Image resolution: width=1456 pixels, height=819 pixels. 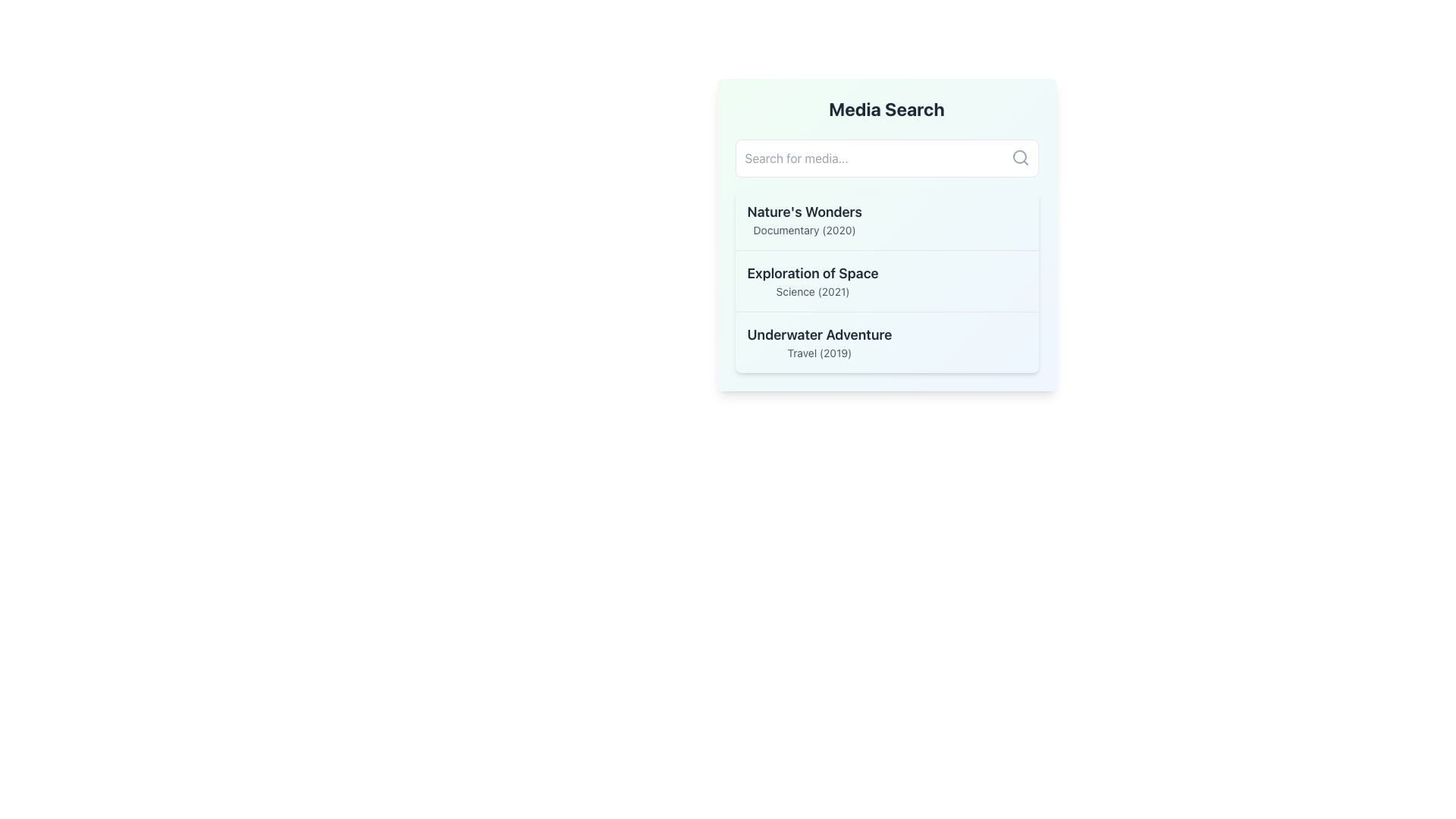 What do you see at coordinates (886, 219) in the screenshot?
I see `the first list item titled 'Nature's Wonders' in the Media Search section` at bounding box center [886, 219].